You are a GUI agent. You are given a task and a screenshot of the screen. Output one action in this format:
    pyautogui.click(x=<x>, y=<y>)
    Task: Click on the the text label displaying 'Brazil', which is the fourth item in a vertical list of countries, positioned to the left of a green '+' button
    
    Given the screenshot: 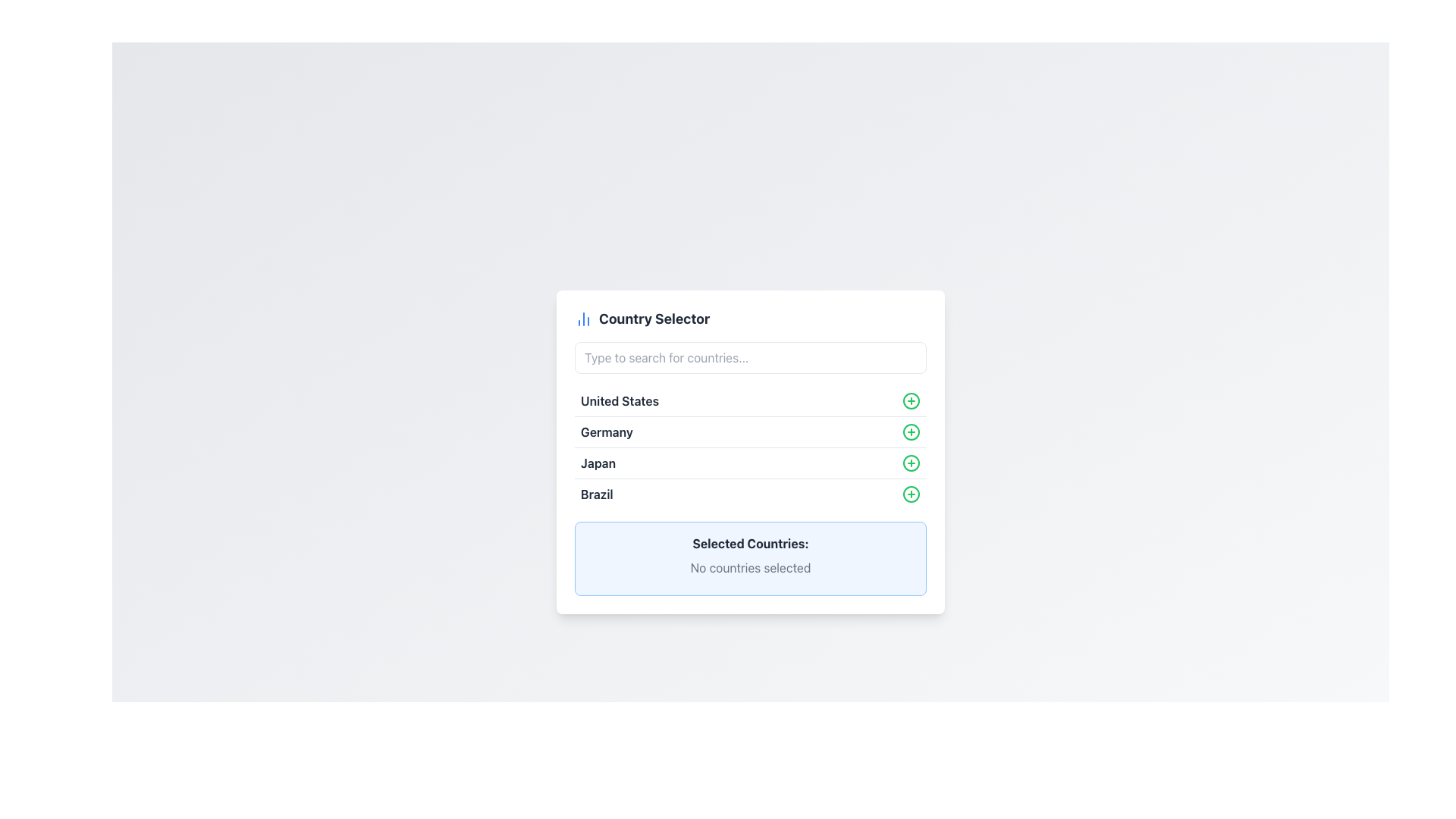 What is the action you would take?
    pyautogui.click(x=596, y=494)
    